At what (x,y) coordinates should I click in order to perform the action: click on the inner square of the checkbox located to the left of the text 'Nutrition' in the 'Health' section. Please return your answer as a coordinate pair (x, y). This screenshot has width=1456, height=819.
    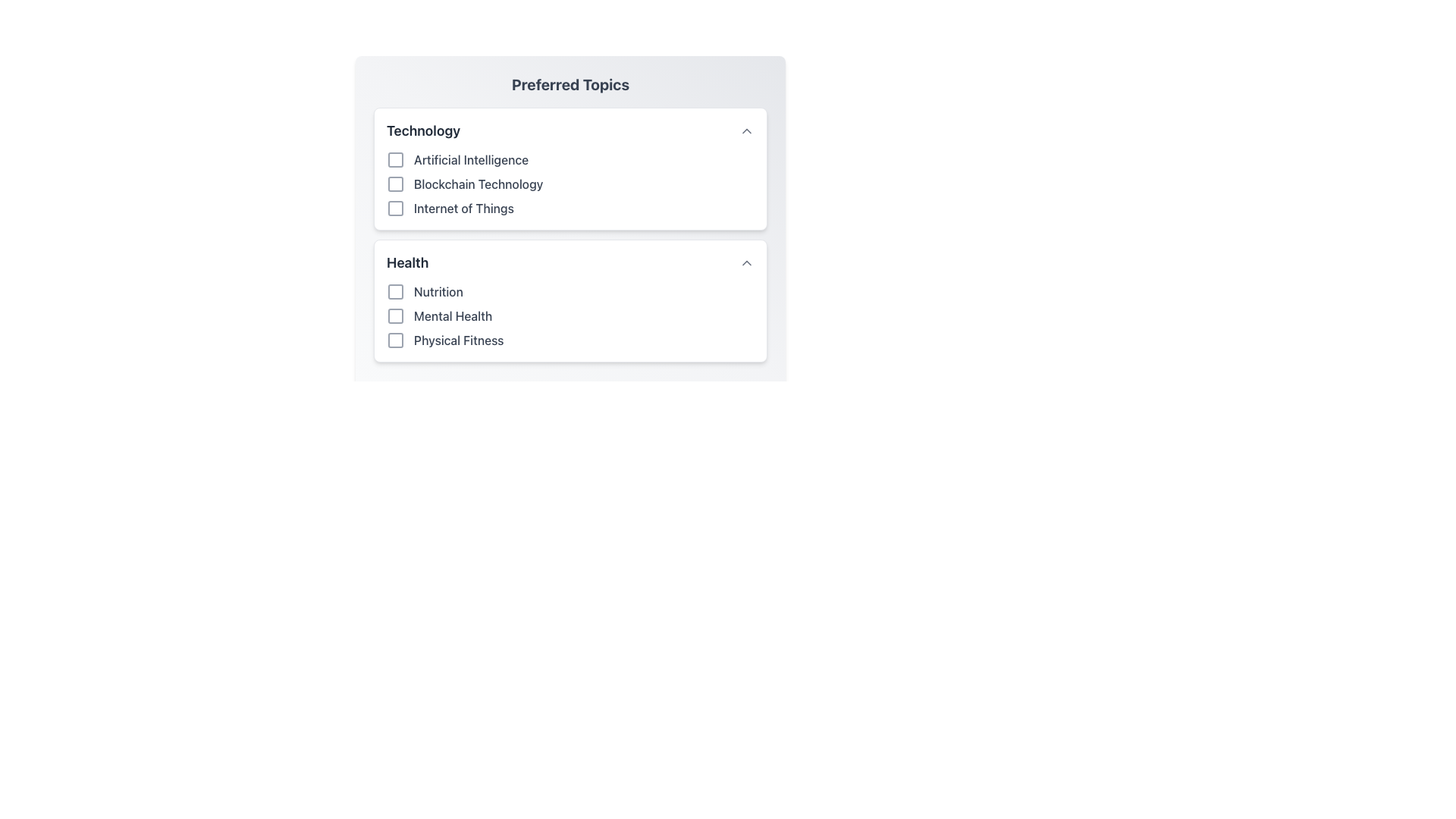
    Looking at the image, I should click on (396, 292).